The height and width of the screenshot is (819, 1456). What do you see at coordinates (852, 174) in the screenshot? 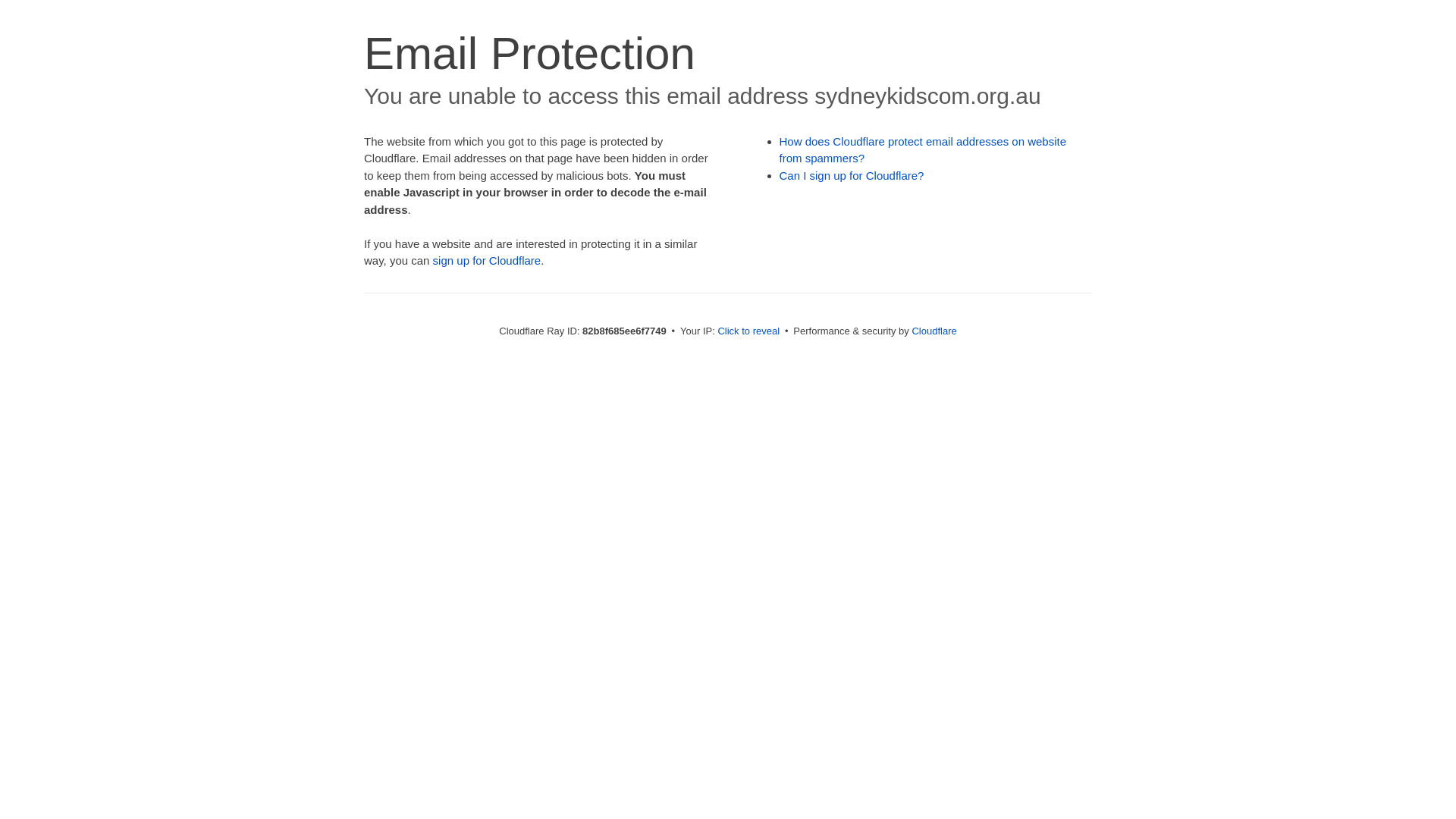
I see `'Can I sign up for Cloudflare?'` at bounding box center [852, 174].